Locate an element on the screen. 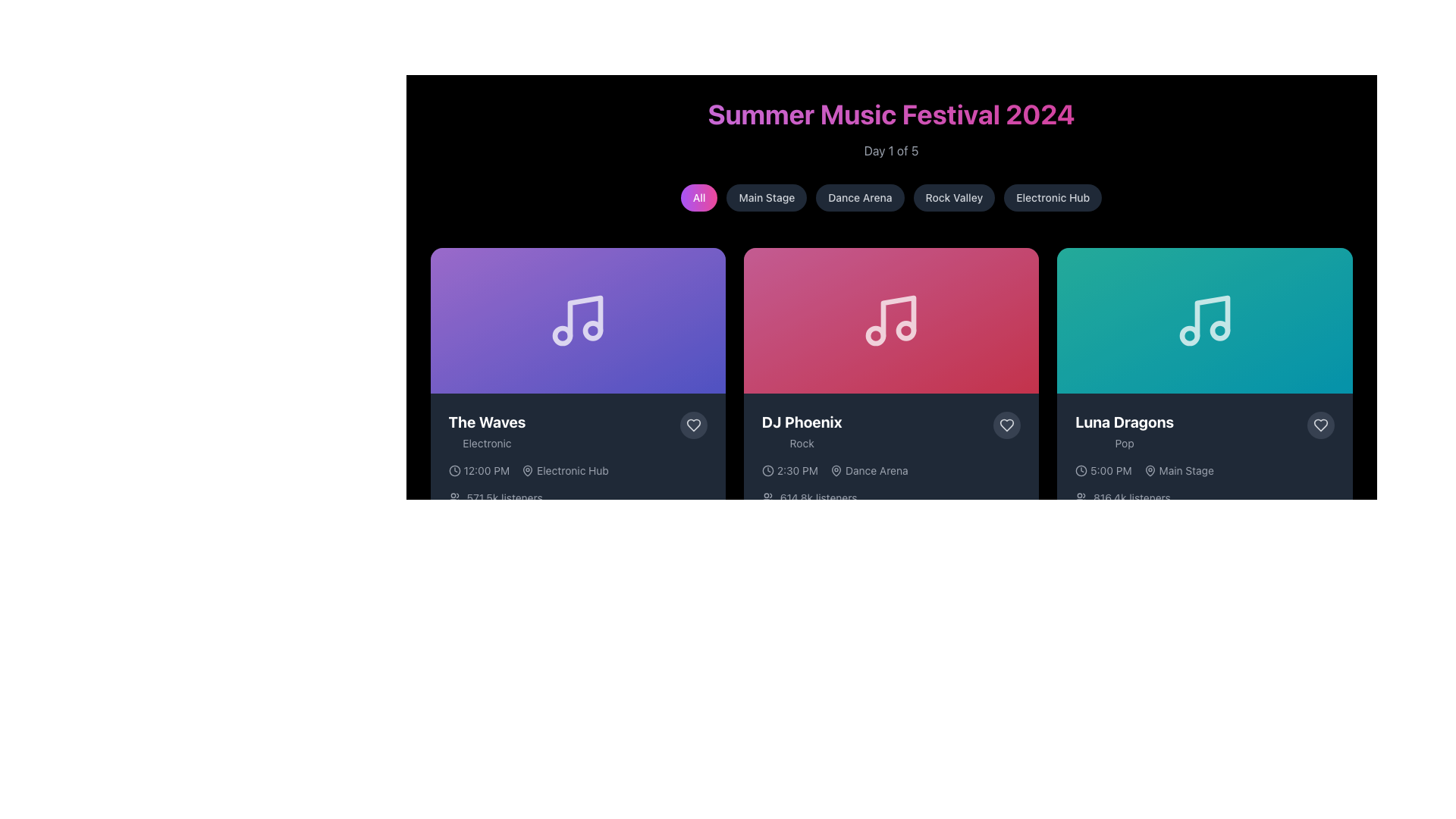  the prominently displayed heading text element with the phrase 'Summer Music Festival 2024', which is styled in a large, bold font with a gradient from purple to pink is located at coordinates (891, 113).